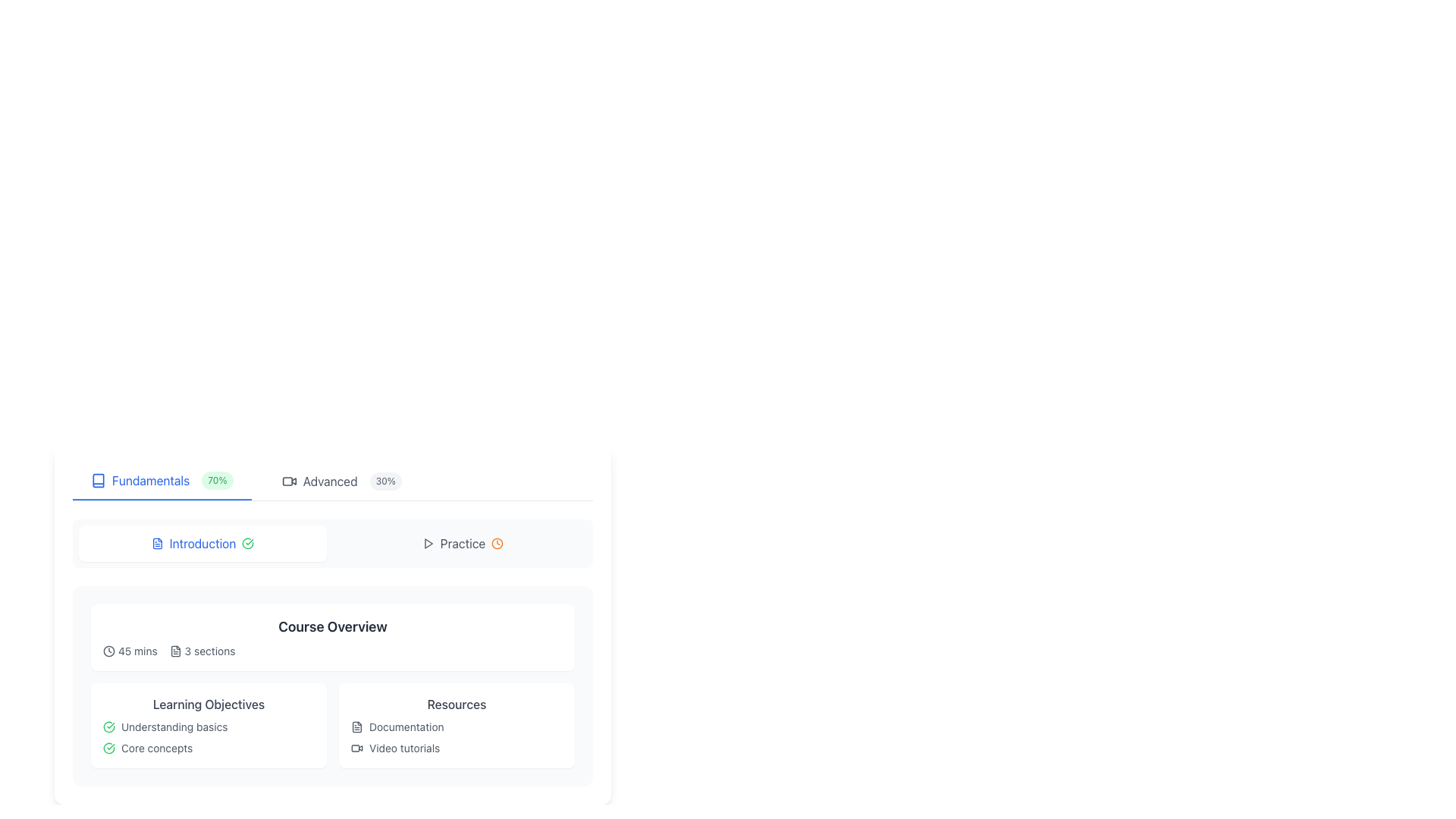 This screenshot has width=1456, height=819. What do you see at coordinates (157, 748) in the screenshot?
I see `the 'Core concepts' text label located in the 'Learning Objectives' section, which is the second item below 'Understanding basics' and positioned to the right of a checkmark icon` at bounding box center [157, 748].